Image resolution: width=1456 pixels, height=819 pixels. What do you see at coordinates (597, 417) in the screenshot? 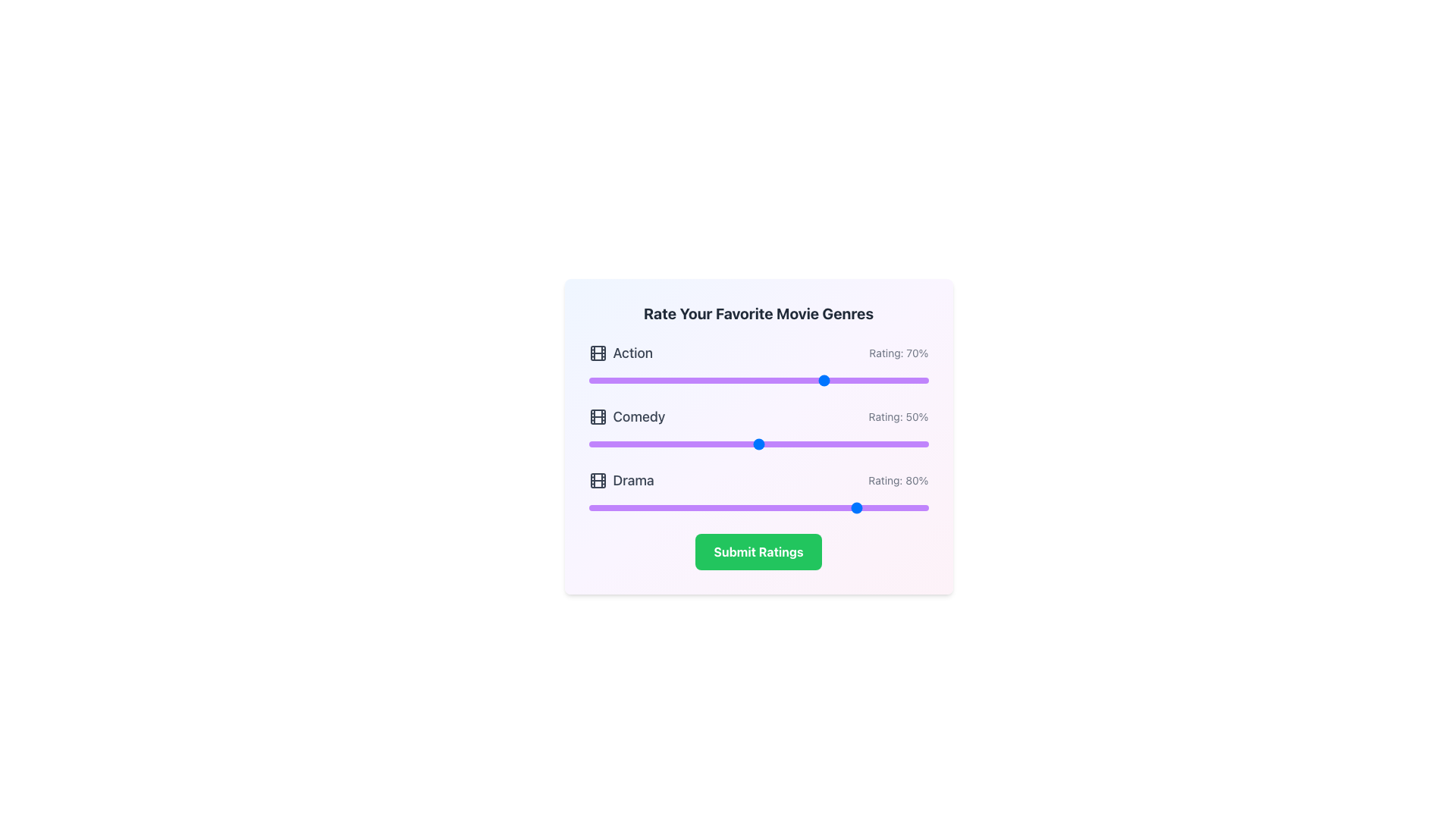
I see `the icon resembling a film reel located to the left of the text label 'Comedy'` at bounding box center [597, 417].